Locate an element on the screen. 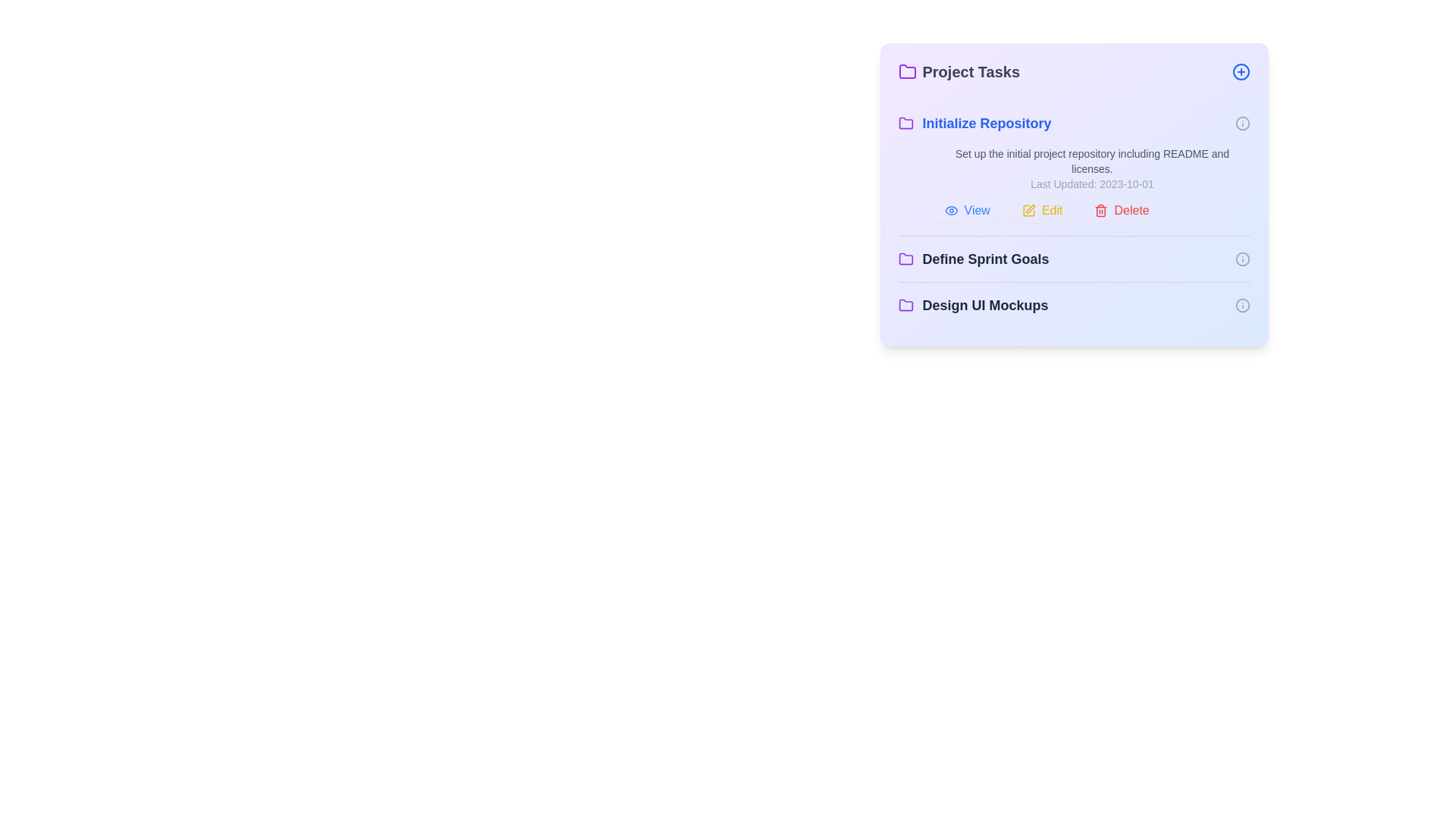  the 'Edit' button, which is the second button under the 'Initialize Repository' section is located at coordinates (1041, 210).